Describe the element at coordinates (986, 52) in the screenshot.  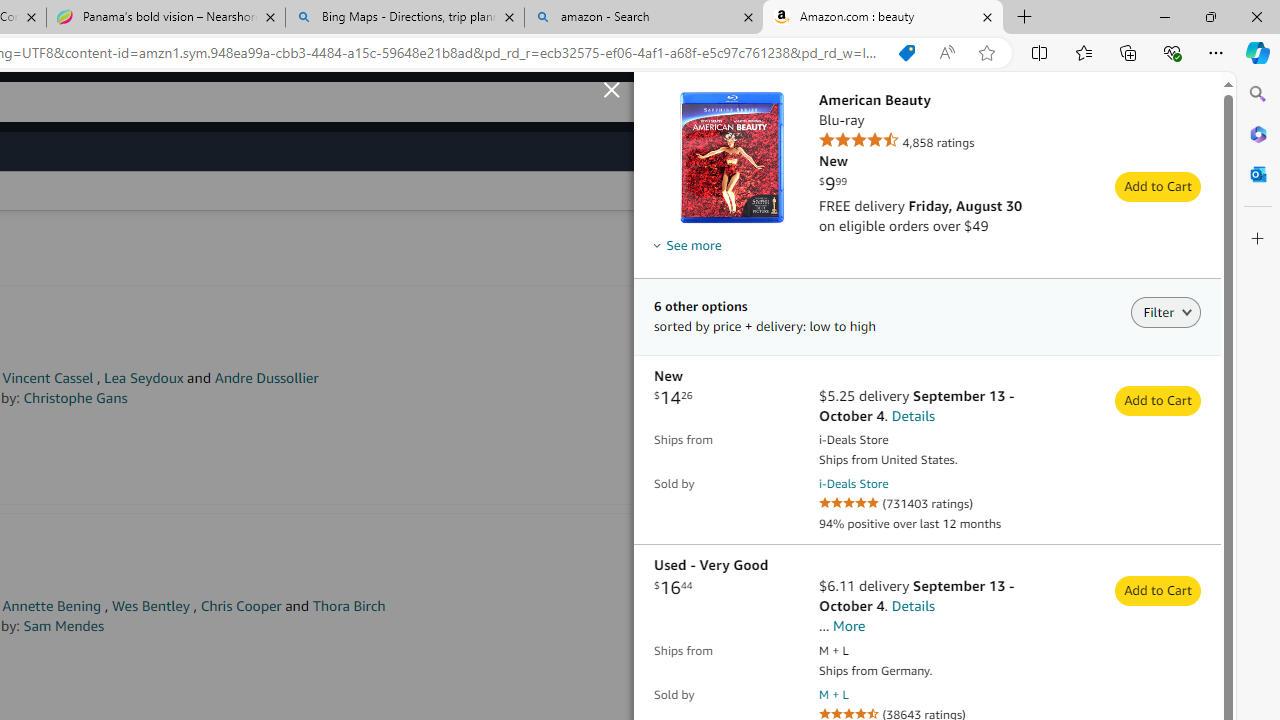
I see `'Add this page to favorites (Ctrl+D)'` at that location.